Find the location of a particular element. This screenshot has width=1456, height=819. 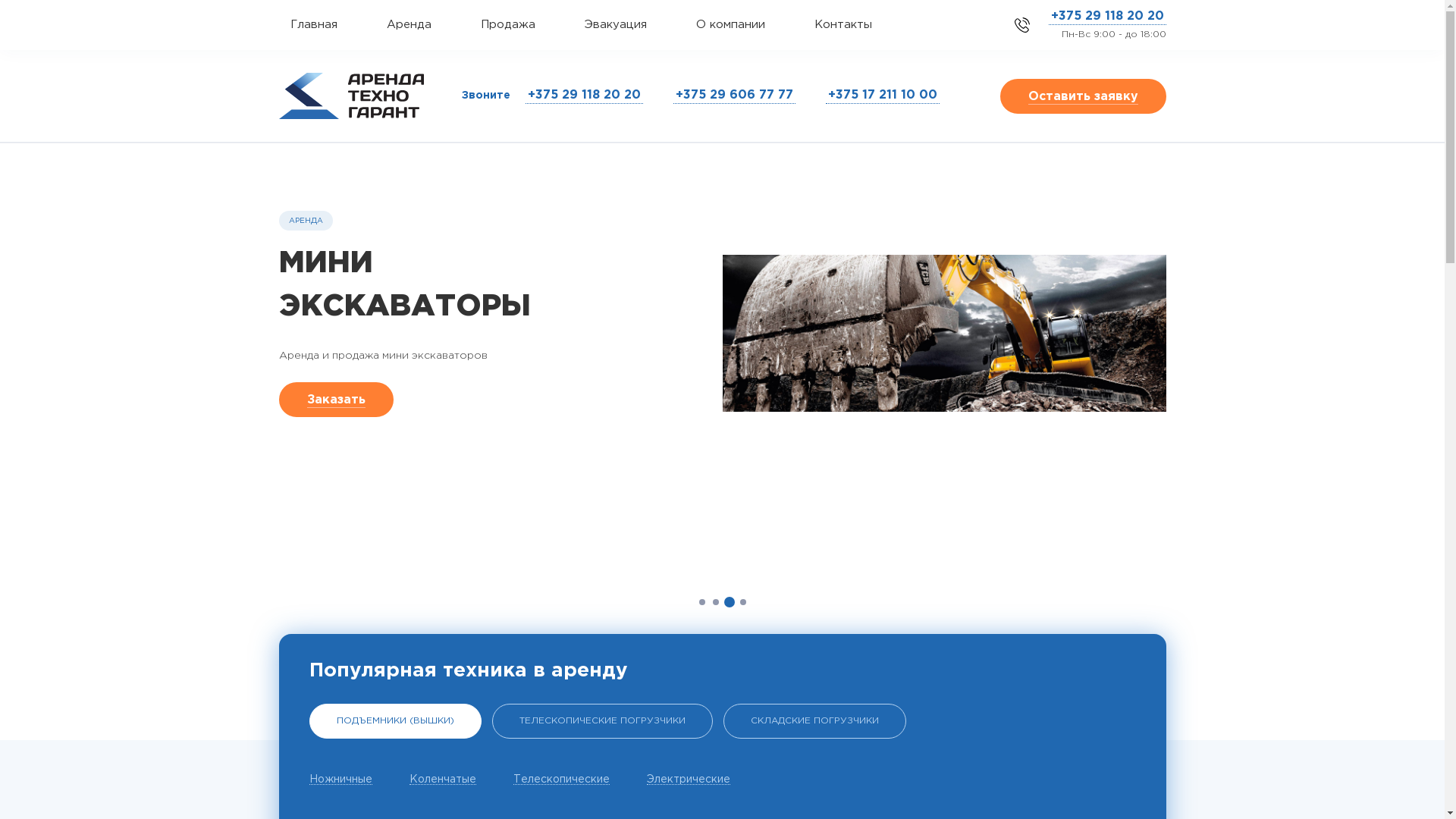

'+375 29 606 77 77' is located at coordinates (734, 96).